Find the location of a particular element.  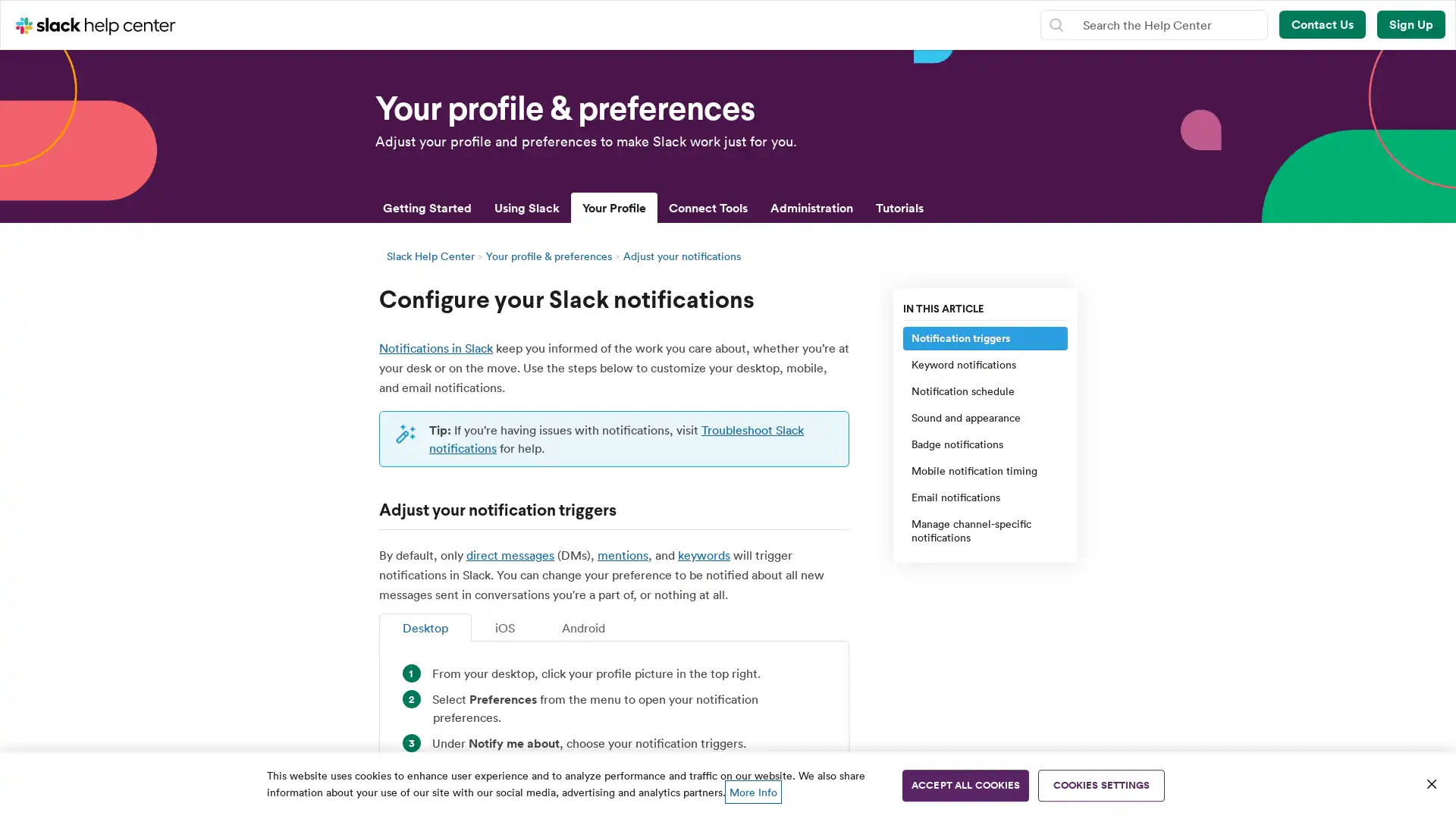

Close is located at coordinates (1430, 783).